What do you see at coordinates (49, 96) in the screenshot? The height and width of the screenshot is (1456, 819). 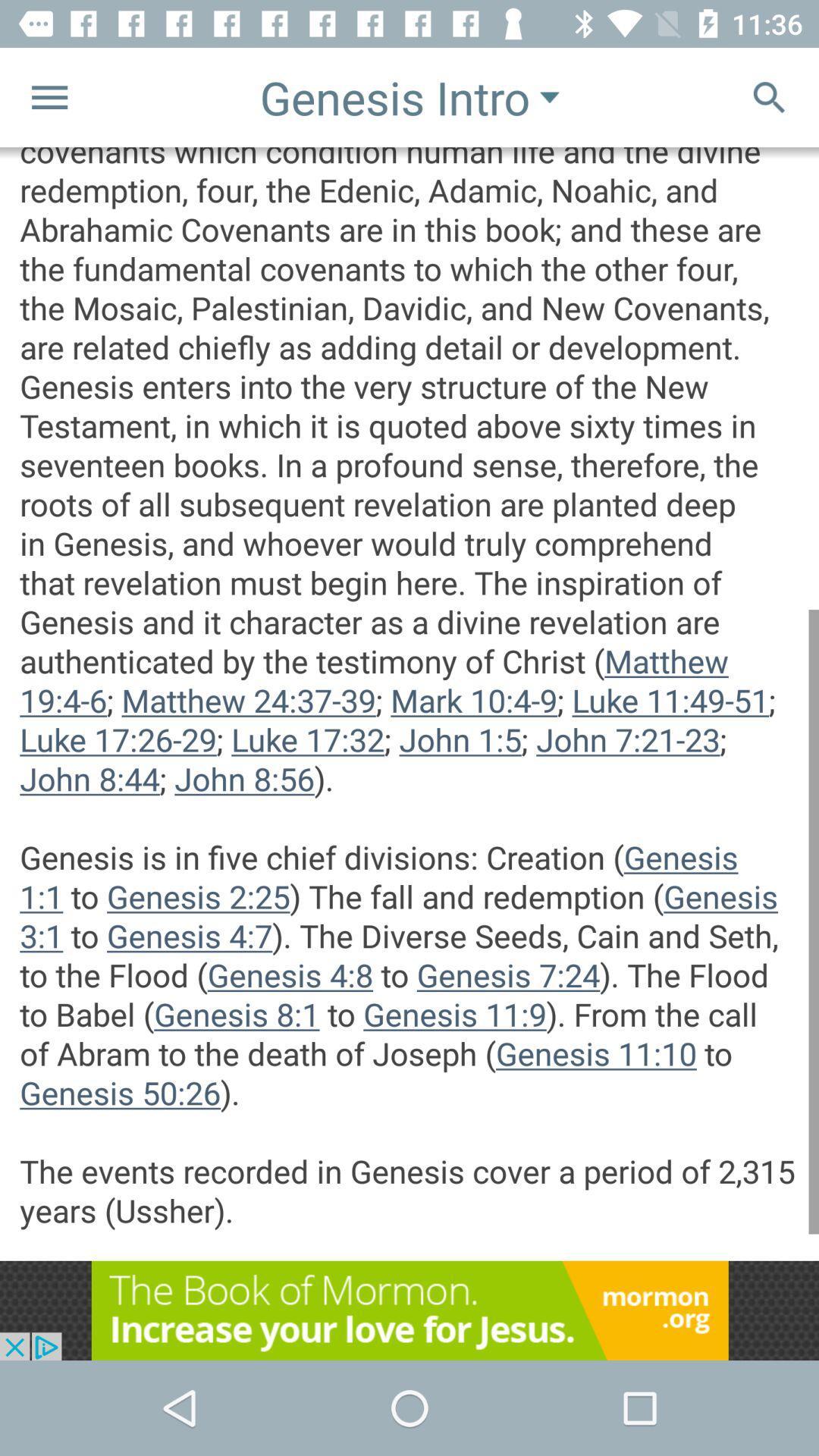 I see `the menu icon` at bounding box center [49, 96].